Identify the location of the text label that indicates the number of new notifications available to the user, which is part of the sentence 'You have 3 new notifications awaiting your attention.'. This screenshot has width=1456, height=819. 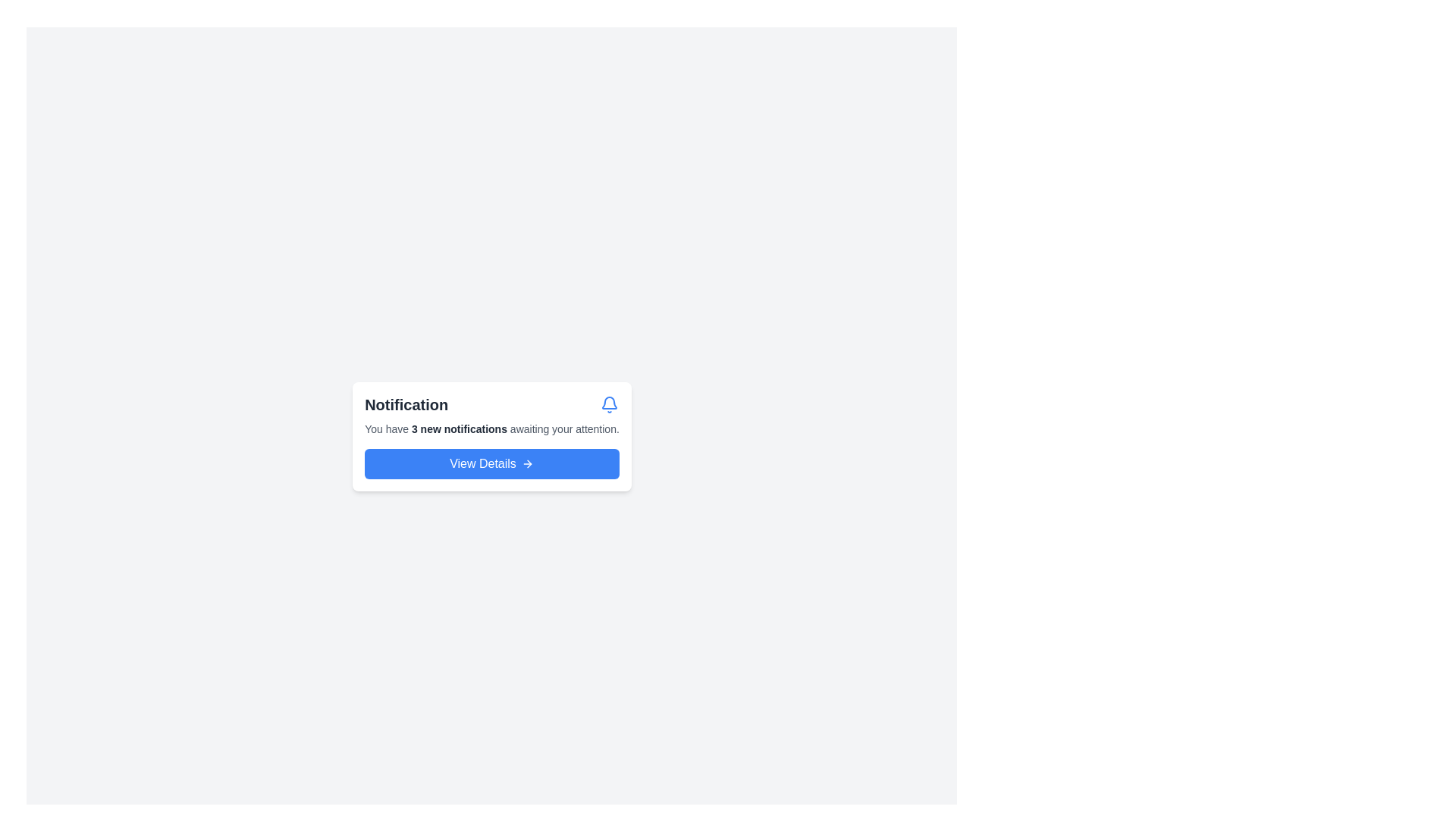
(458, 429).